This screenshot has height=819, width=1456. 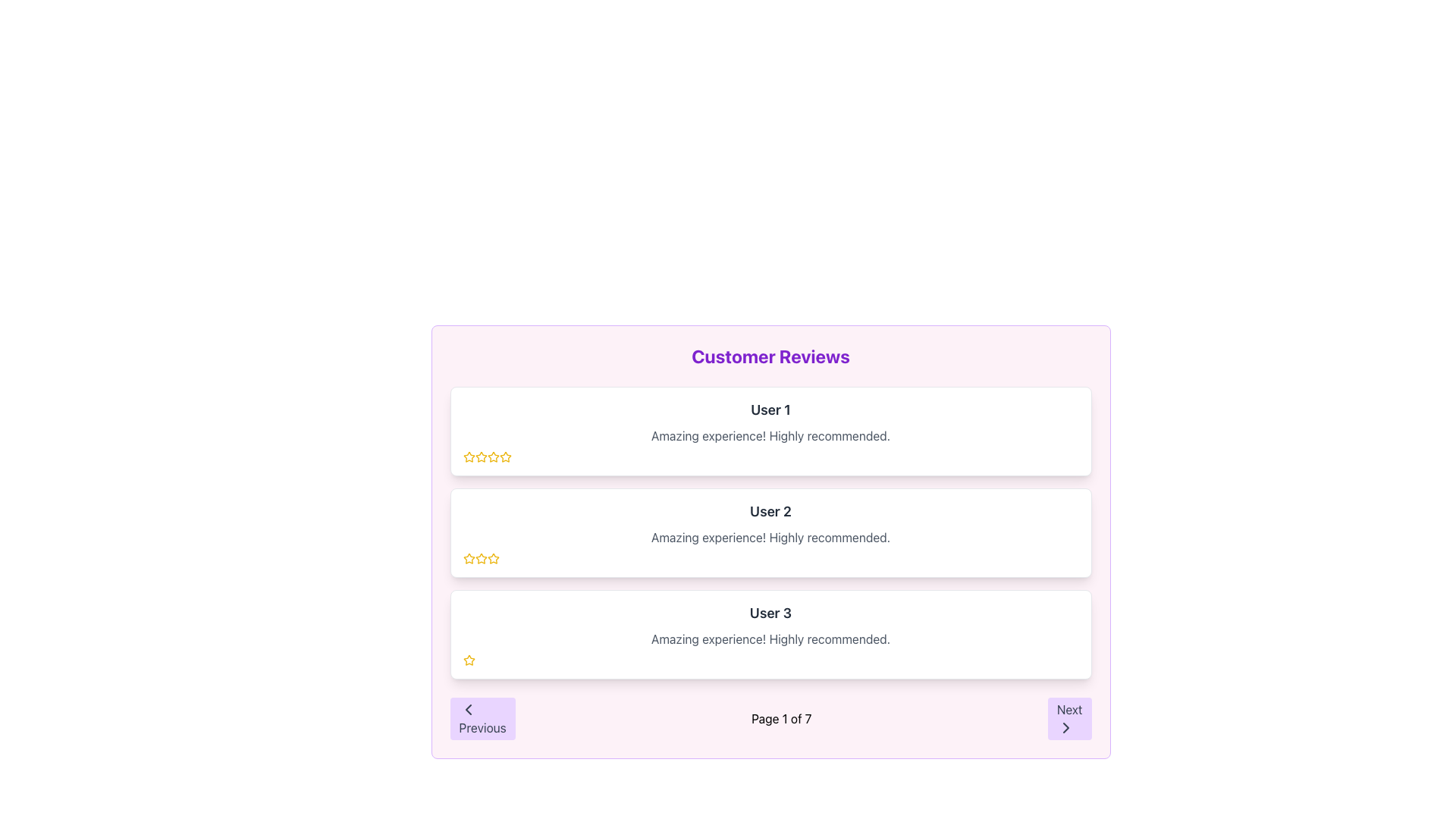 What do you see at coordinates (482, 718) in the screenshot?
I see `the 'Previous' button, which has a light purple background, rounded corners, and a left arrow icon, located at the bottom left of the navigation section` at bounding box center [482, 718].